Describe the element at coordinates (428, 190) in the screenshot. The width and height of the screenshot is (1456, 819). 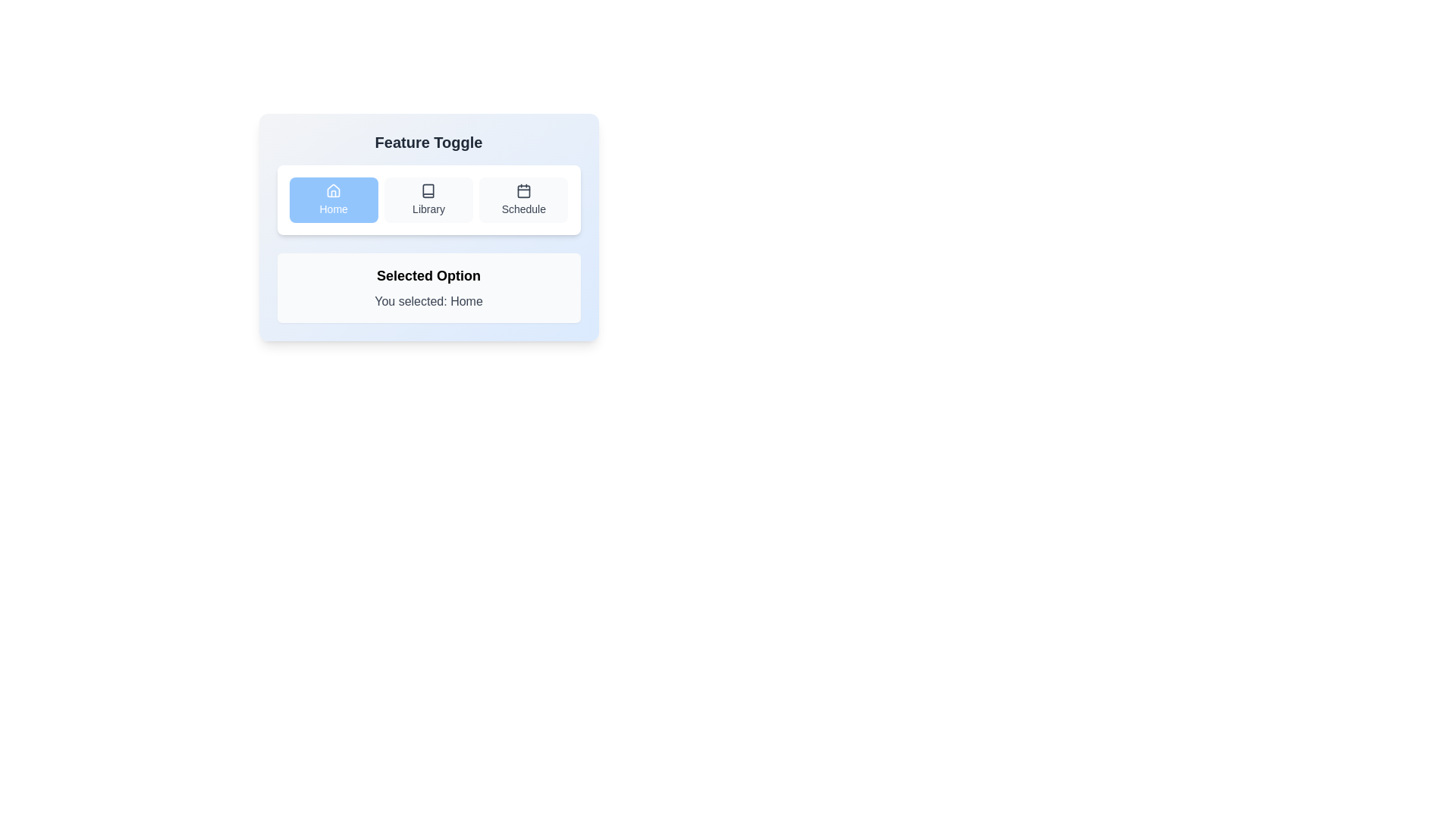
I see `the 'Library' icon located above the label text on the second button in a horizontal row of three buttons` at that location.